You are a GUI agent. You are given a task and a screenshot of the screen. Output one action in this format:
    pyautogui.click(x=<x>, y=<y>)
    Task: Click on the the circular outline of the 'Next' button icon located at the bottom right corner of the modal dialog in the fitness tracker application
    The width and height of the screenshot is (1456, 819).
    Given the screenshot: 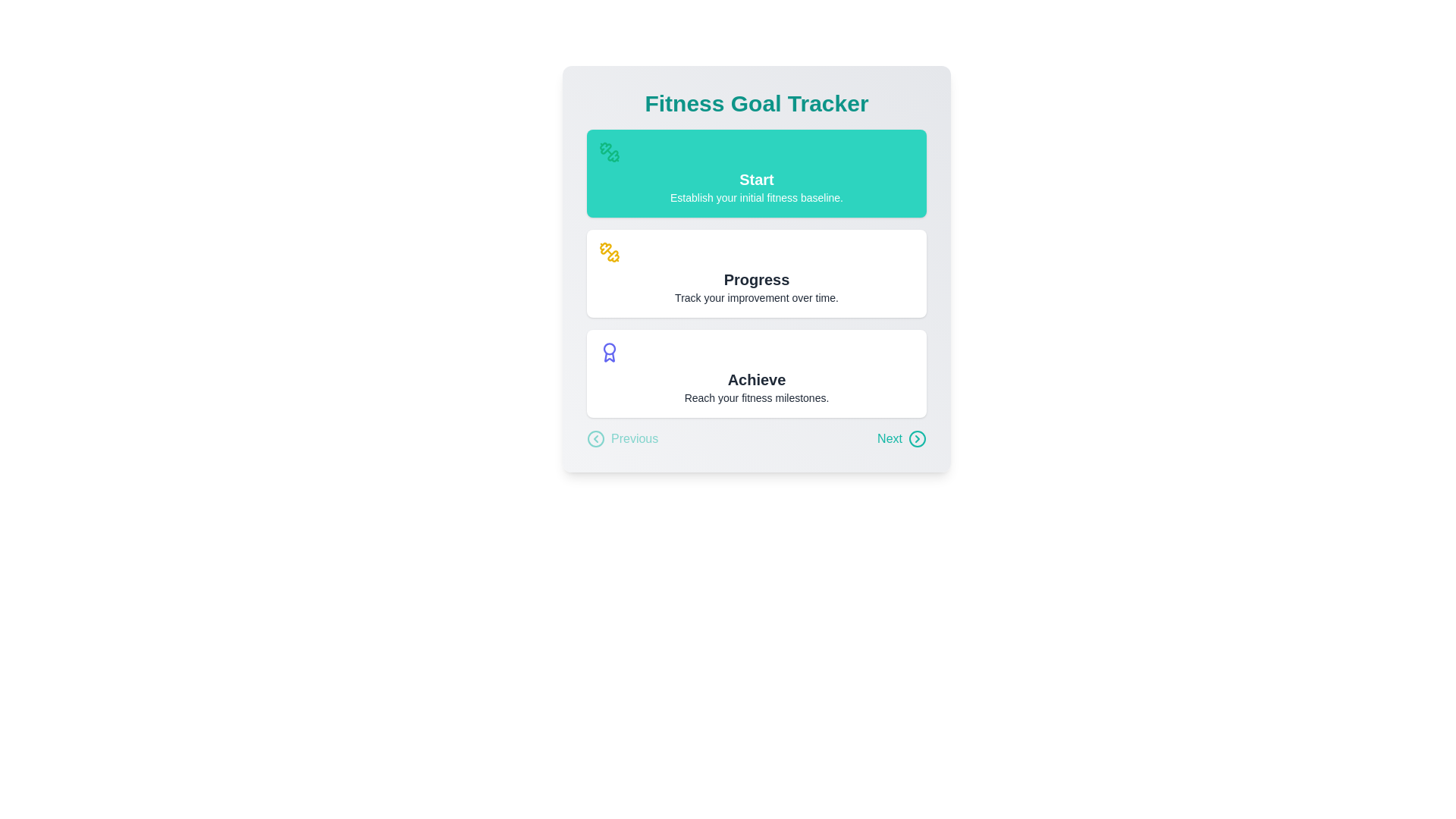 What is the action you would take?
    pyautogui.click(x=916, y=438)
    